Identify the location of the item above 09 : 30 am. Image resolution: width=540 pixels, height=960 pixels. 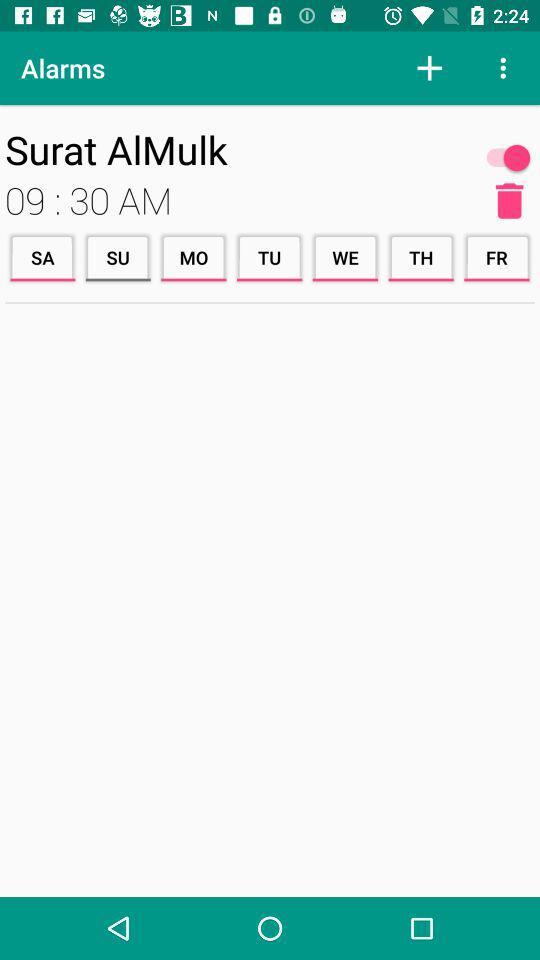
(238, 148).